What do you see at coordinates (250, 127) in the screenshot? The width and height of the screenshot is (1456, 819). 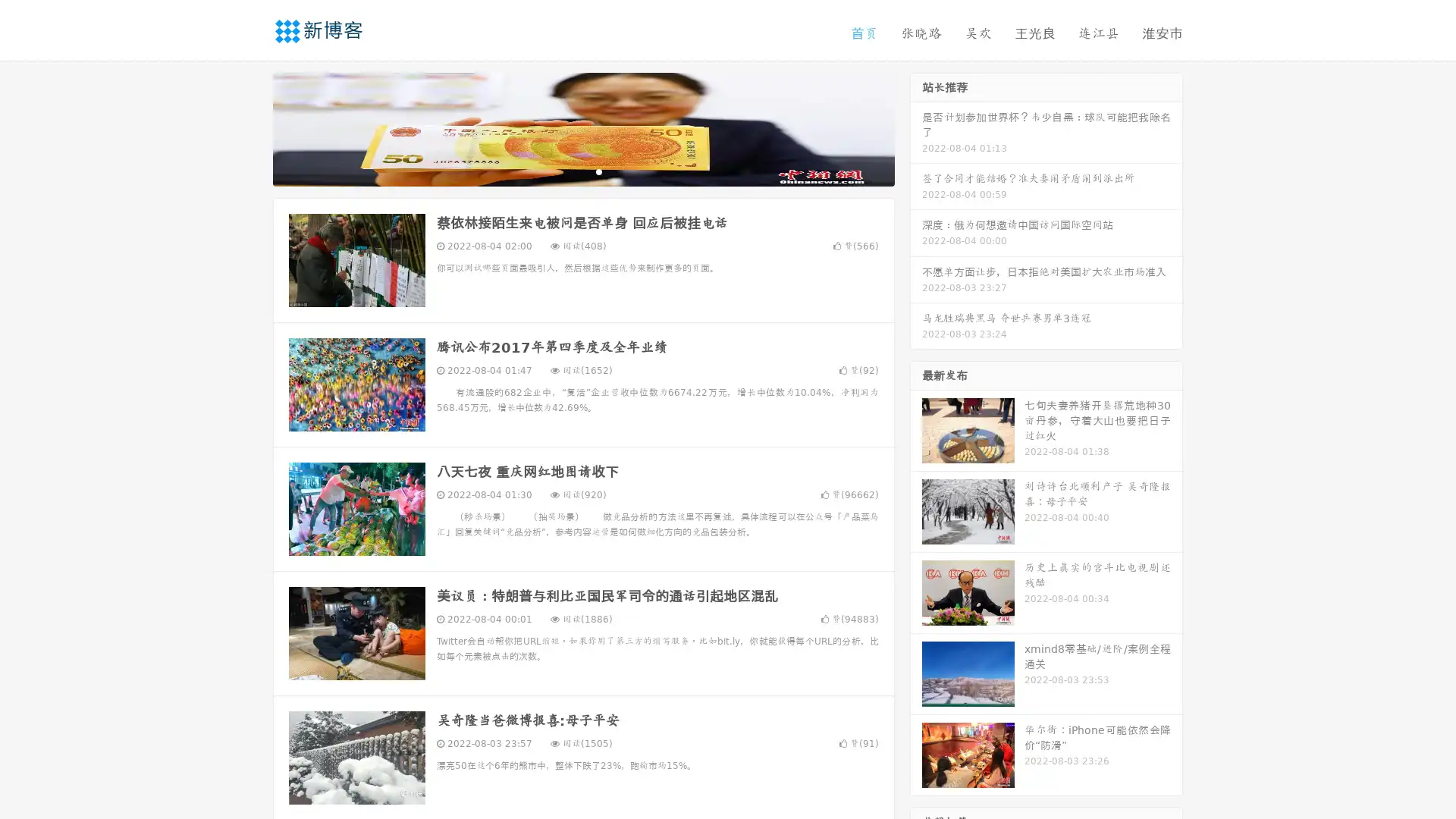 I see `Previous slide` at bounding box center [250, 127].